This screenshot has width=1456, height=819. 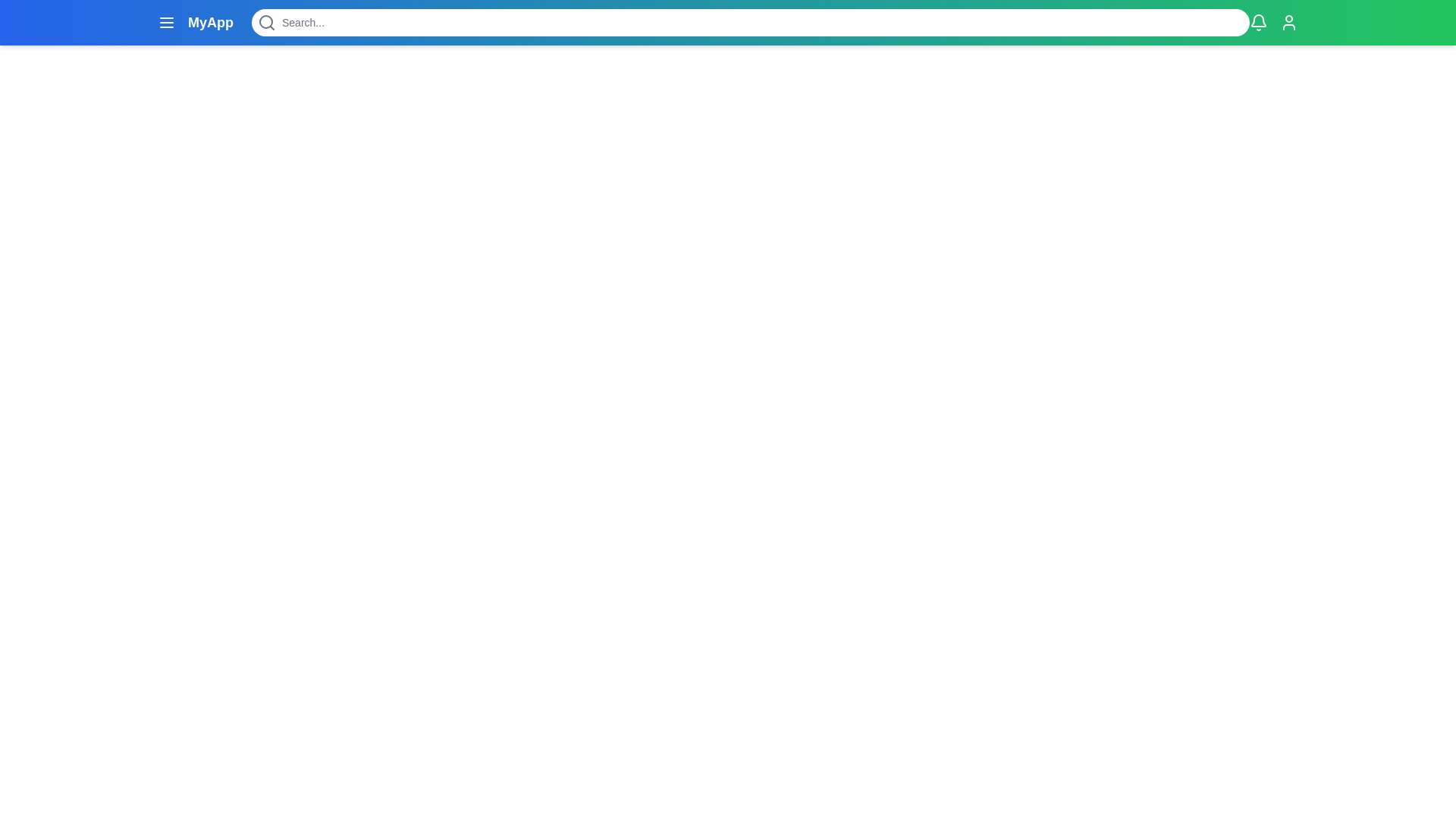 What do you see at coordinates (1259, 23) in the screenshot?
I see `the bell icon located at the top-right corner of the interface` at bounding box center [1259, 23].